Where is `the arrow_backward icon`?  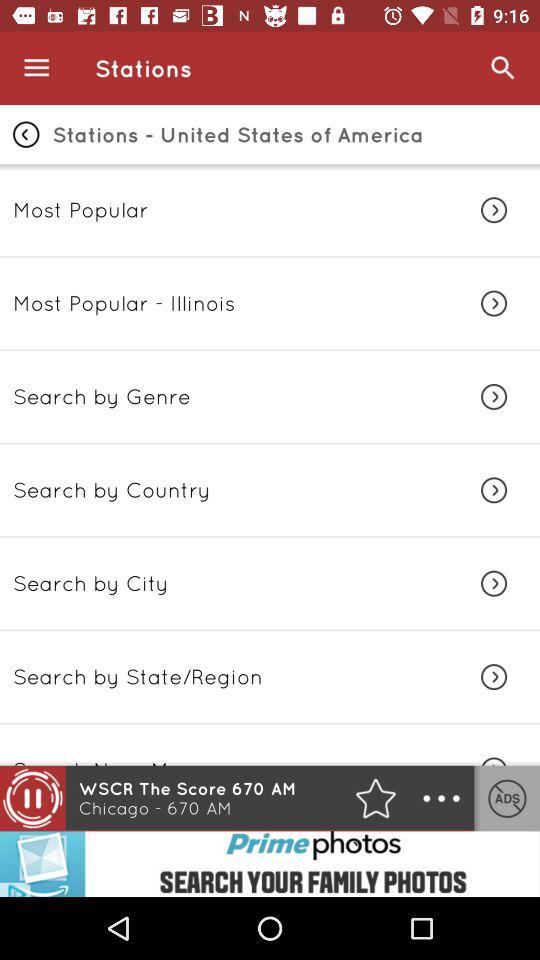 the arrow_backward icon is located at coordinates (25, 133).